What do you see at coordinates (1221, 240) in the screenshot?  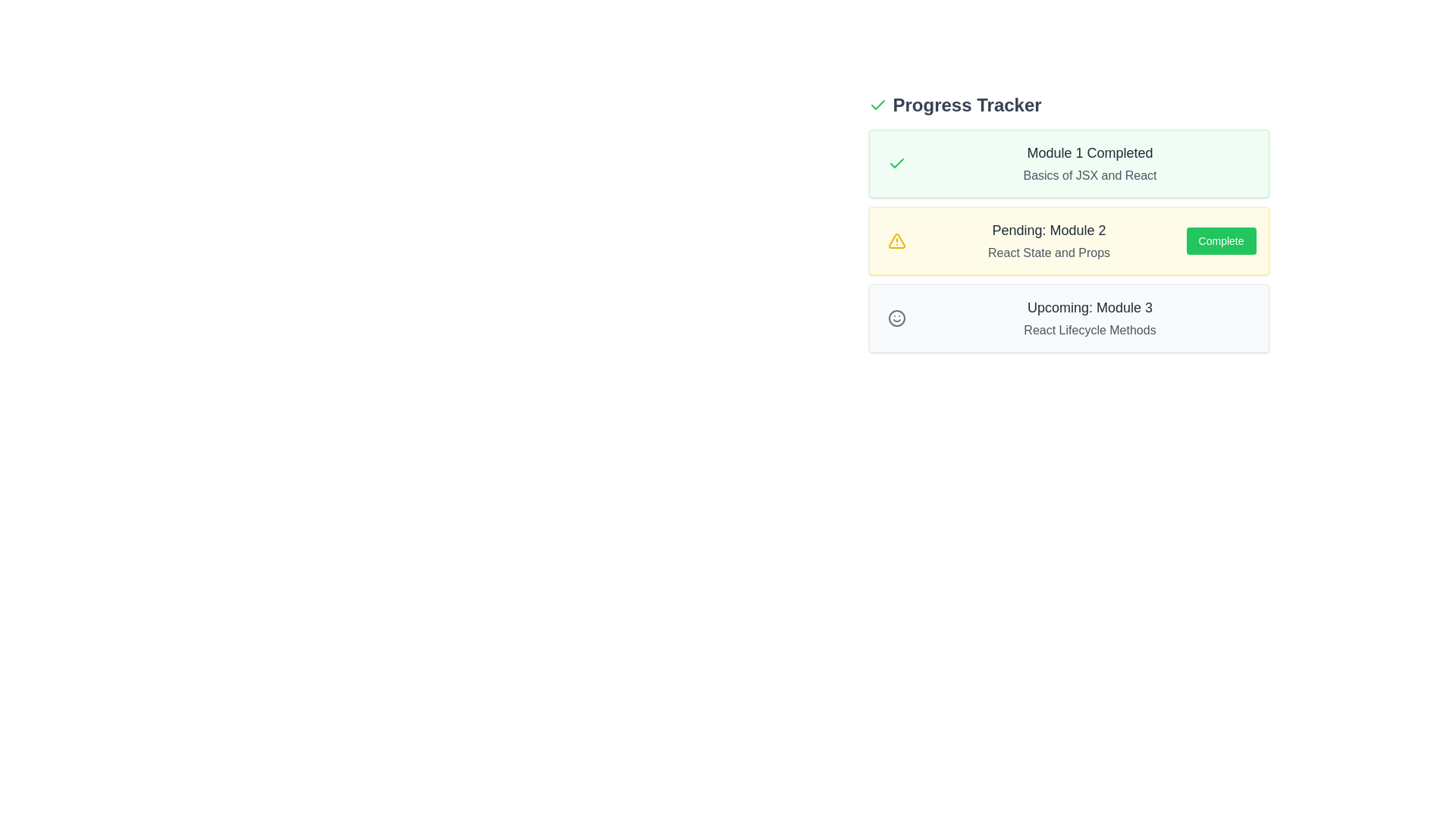 I see `the 'Complete' button located at the bottom-right corner of the second item in the progress tracker labeled 'Pending: Module 2 - React State and Props' to mark the module as completed` at bounding box center [1221, 240].